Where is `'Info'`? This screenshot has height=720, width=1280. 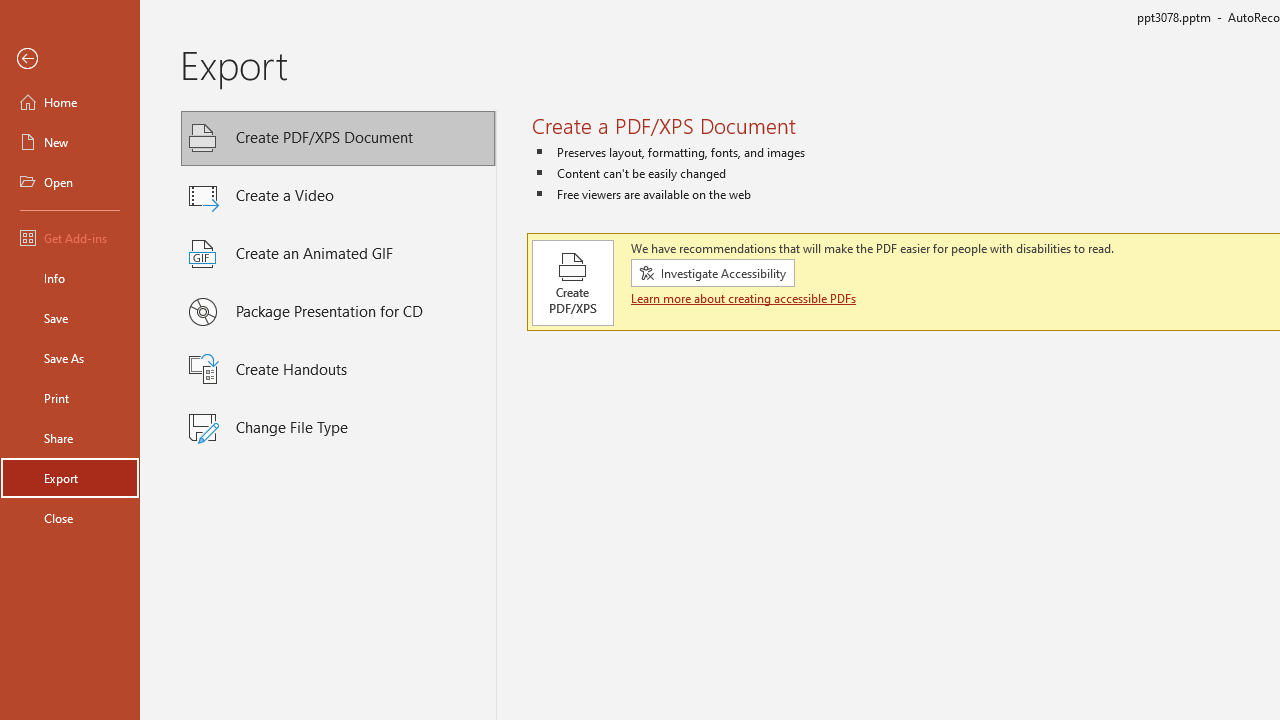 'Info' is located at coordinates (69, 277).